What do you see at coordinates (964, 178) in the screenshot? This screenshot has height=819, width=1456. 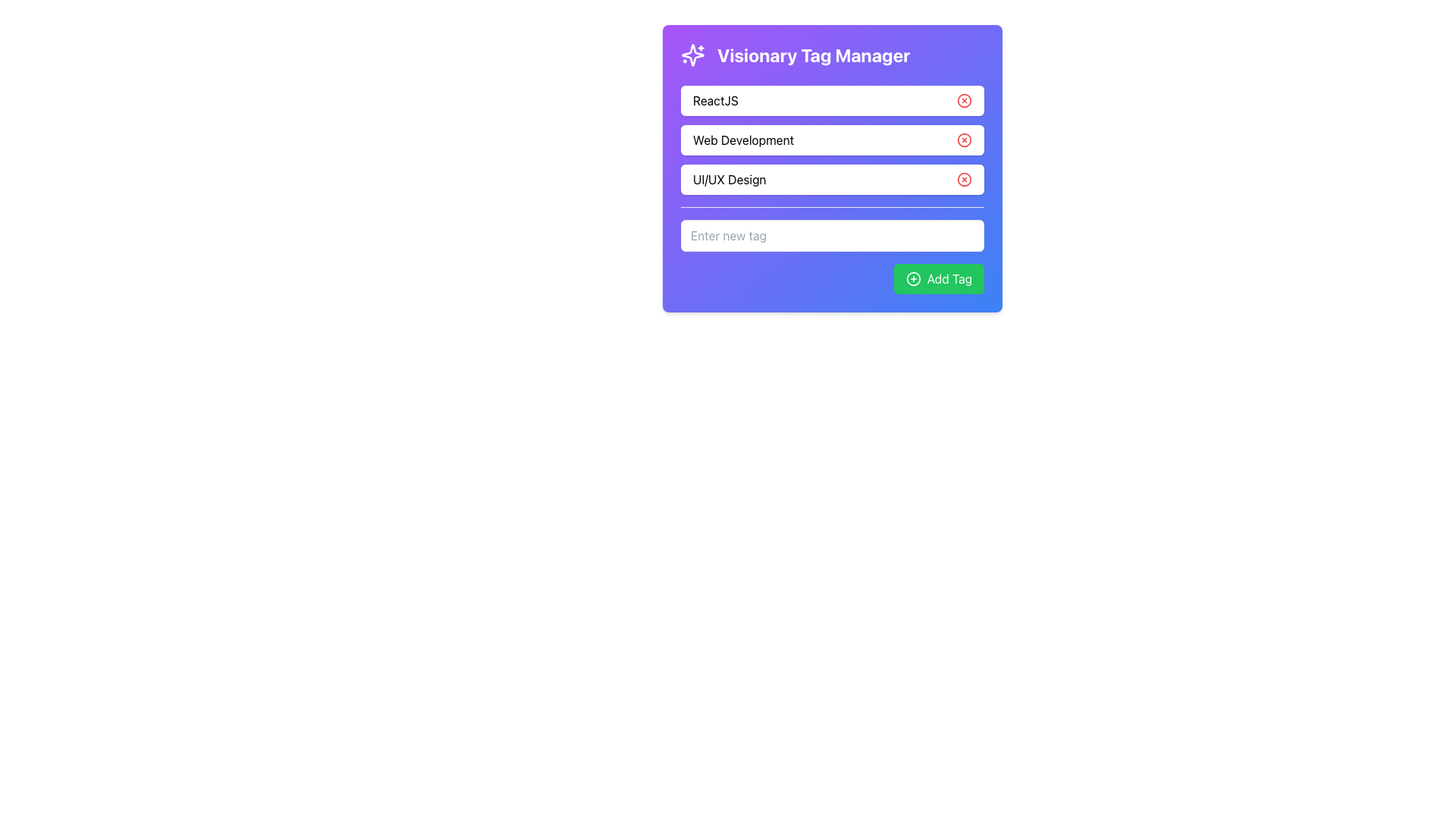 I see `the delete button located to the right of the 'UI/UX Design' text` at bounding box center [964, 178].